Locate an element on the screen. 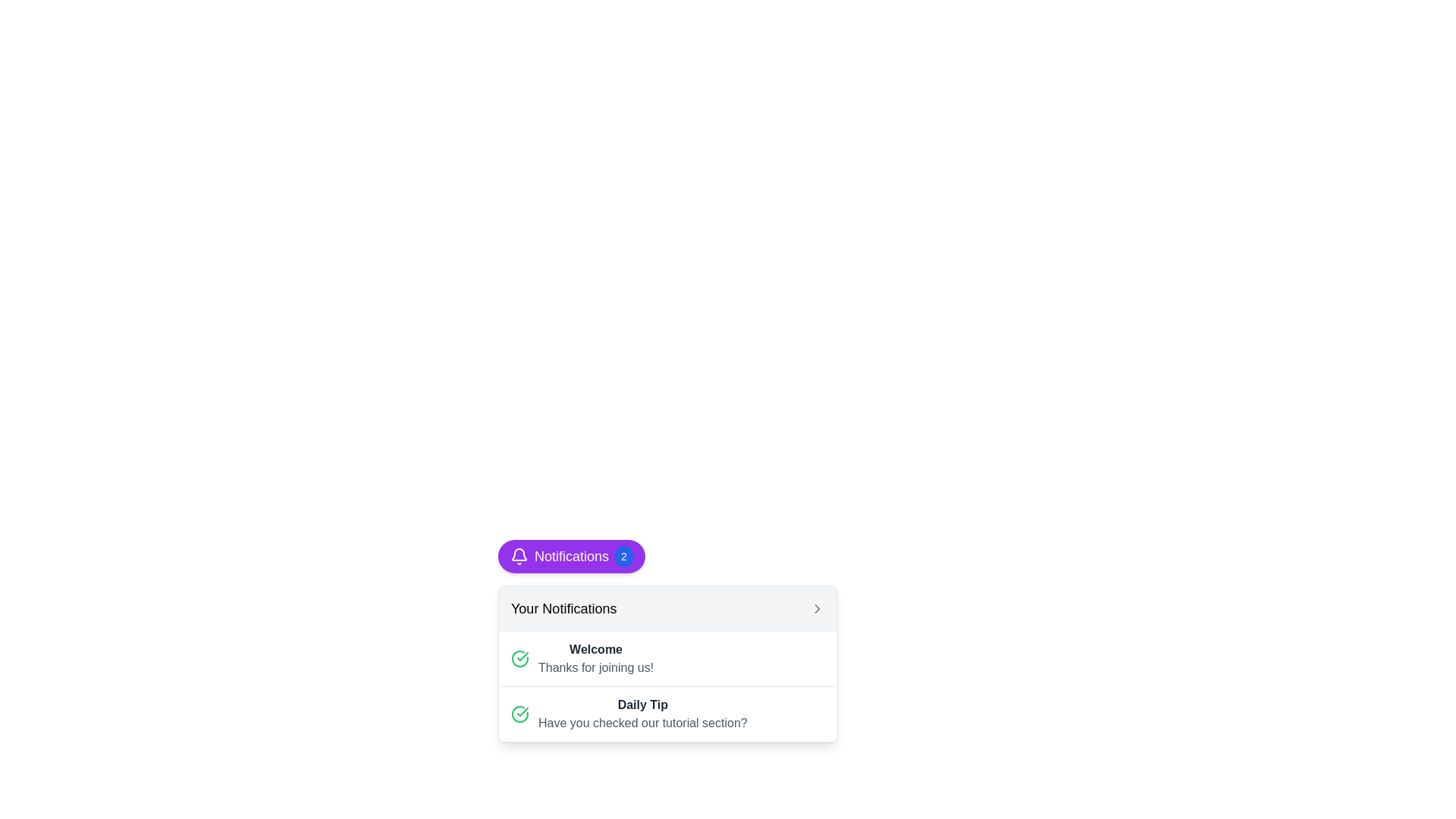 The image size is (1456, 819). the first notification entry under 'Your Notifications', which displays a welcoming message is located at coordinates (667, 657).